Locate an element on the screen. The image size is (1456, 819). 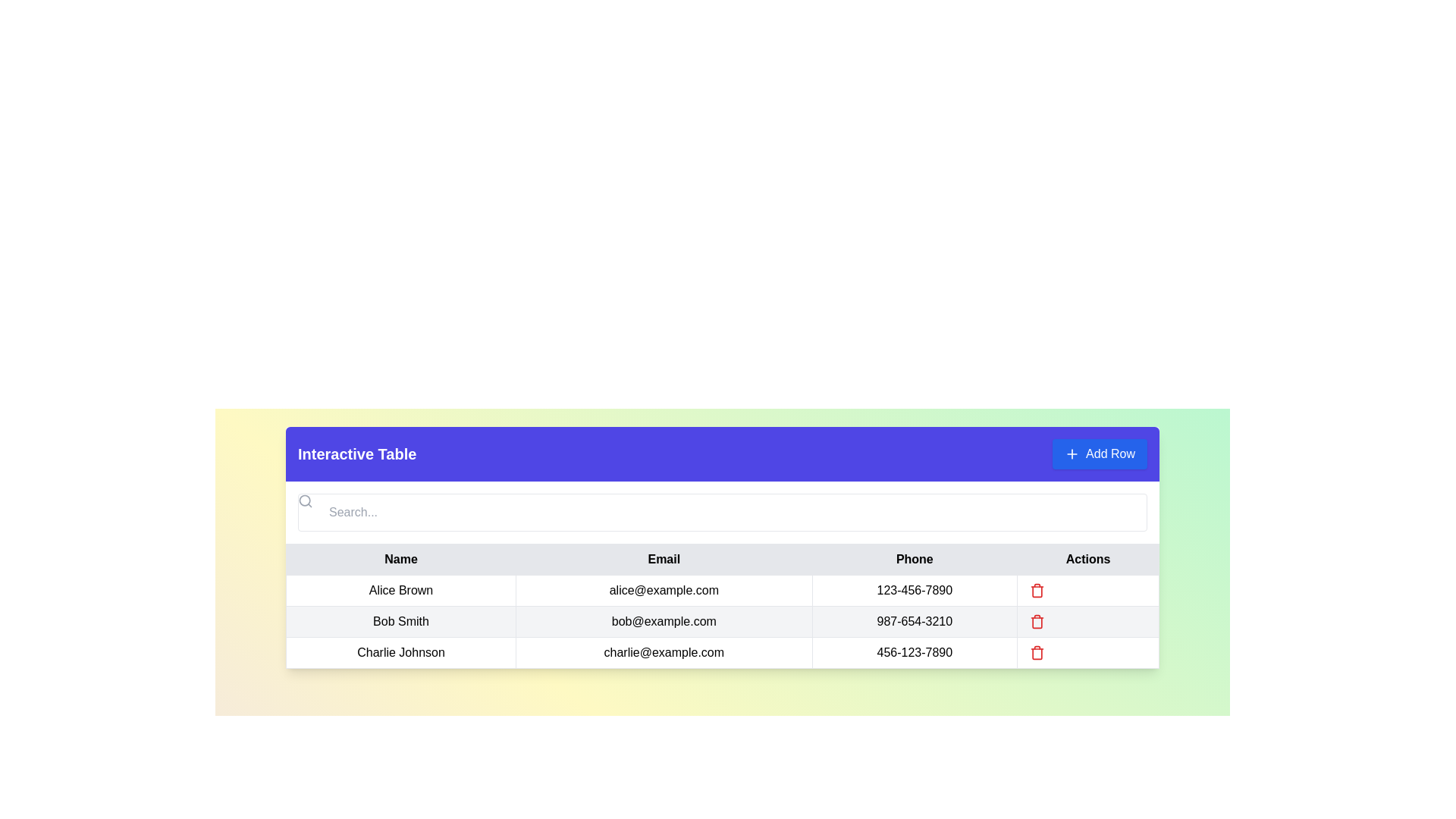
the trash bin icon in the 'Actions' column of the table is located at coordinates (1037, 623).